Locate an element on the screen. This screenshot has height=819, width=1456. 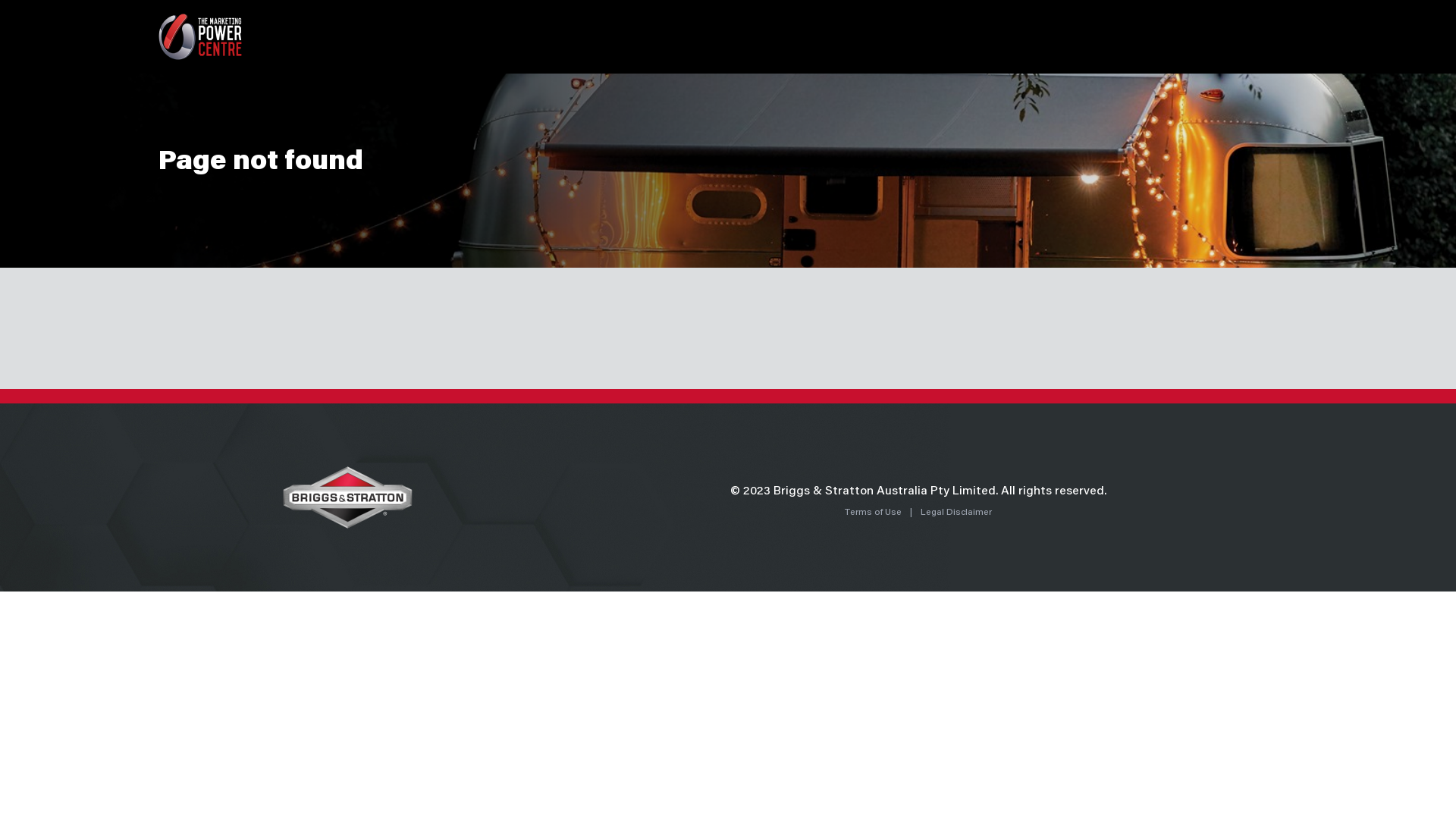
'Terms of Use' is located at coordinates (874, 512).